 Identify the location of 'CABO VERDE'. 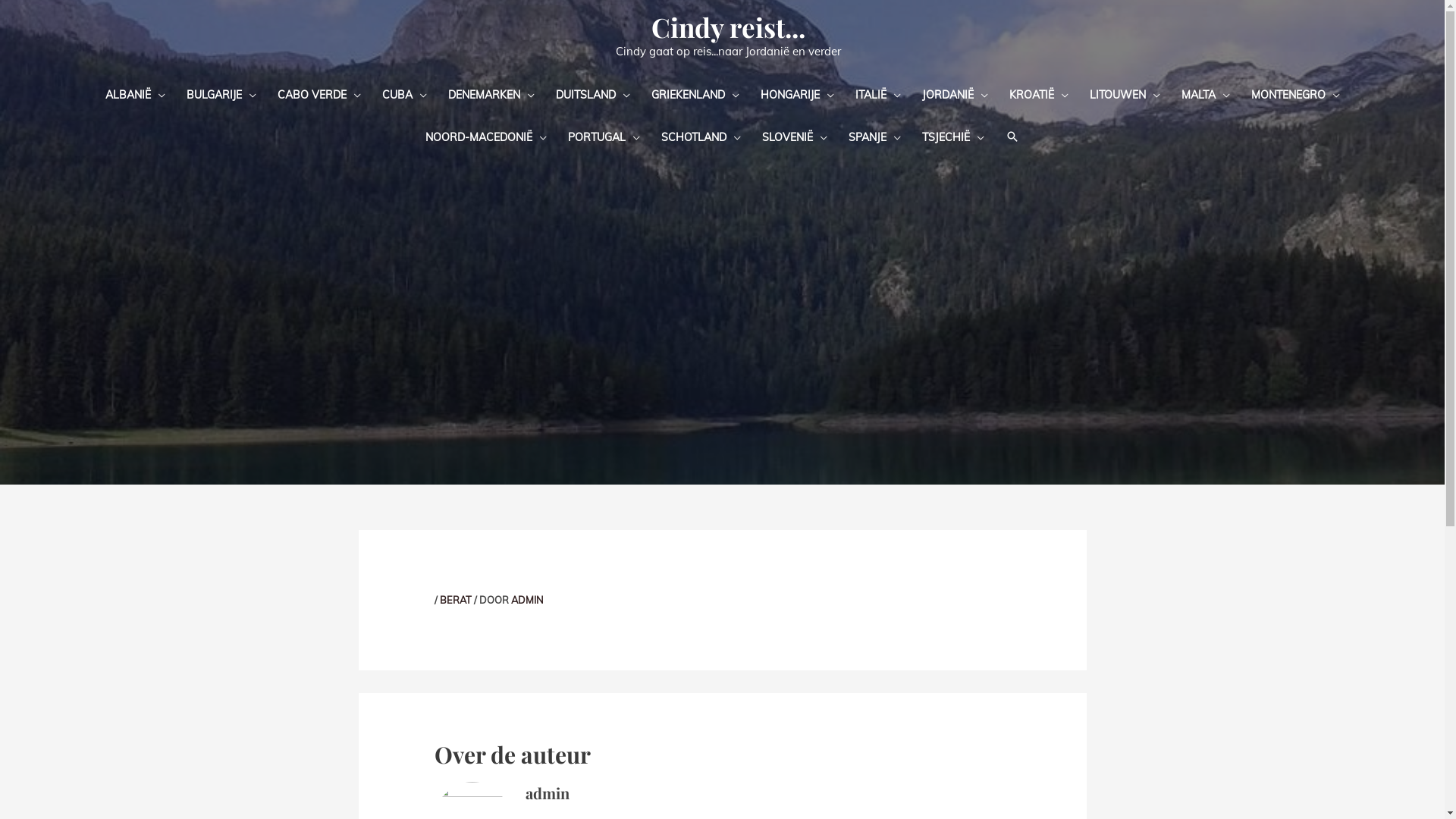
(318, 93).